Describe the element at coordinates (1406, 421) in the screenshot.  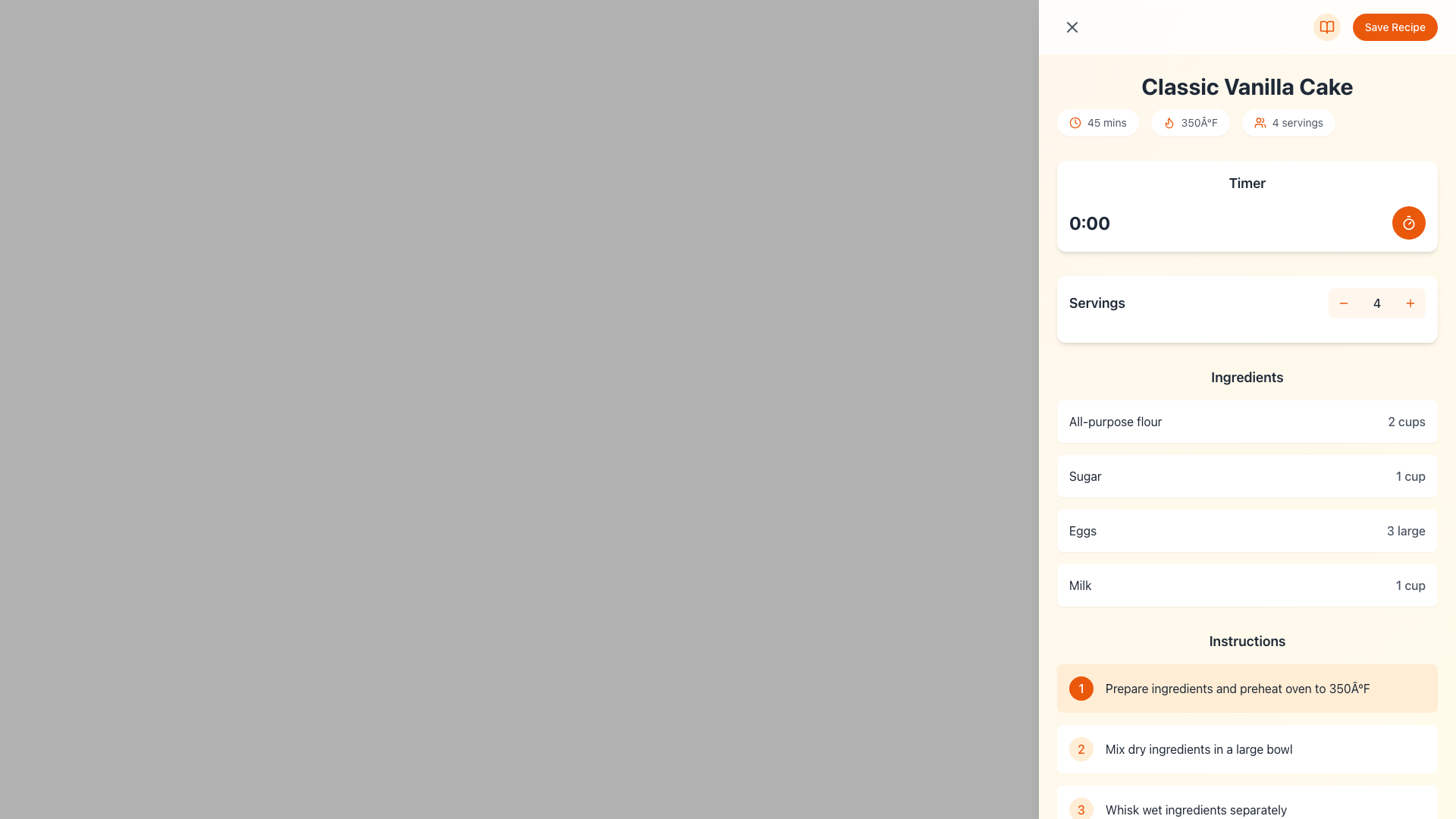
I see `the text label displaying '2 cups', which is styled in medium gray font and located to the right of the 'All-purpose flour' label in the Ingredients section` at that location.